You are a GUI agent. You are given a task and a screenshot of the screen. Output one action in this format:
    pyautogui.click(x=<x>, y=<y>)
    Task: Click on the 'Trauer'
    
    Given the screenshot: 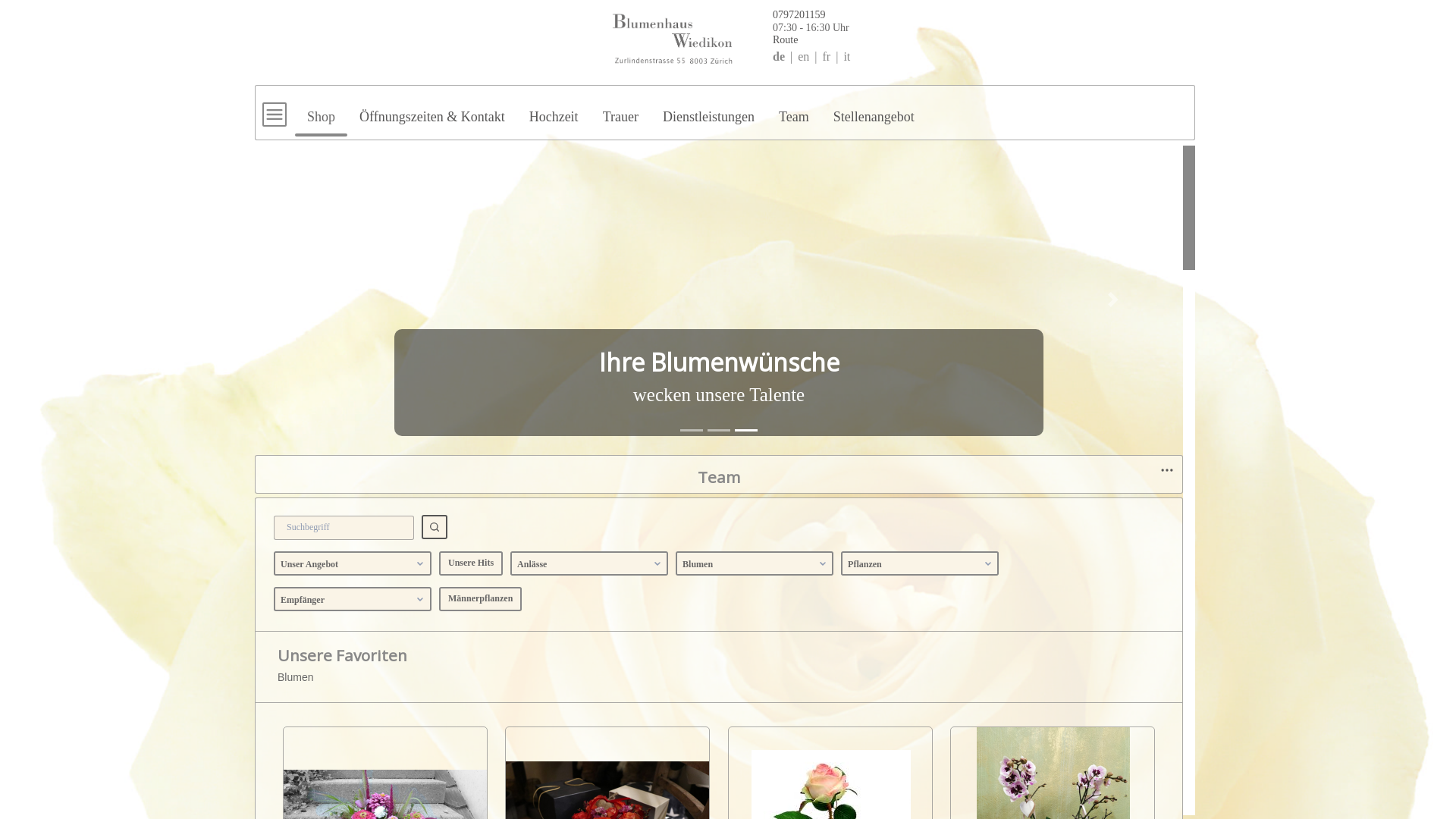 What is the action you would take?
    pyautogui.click(x=620, y=109)
    